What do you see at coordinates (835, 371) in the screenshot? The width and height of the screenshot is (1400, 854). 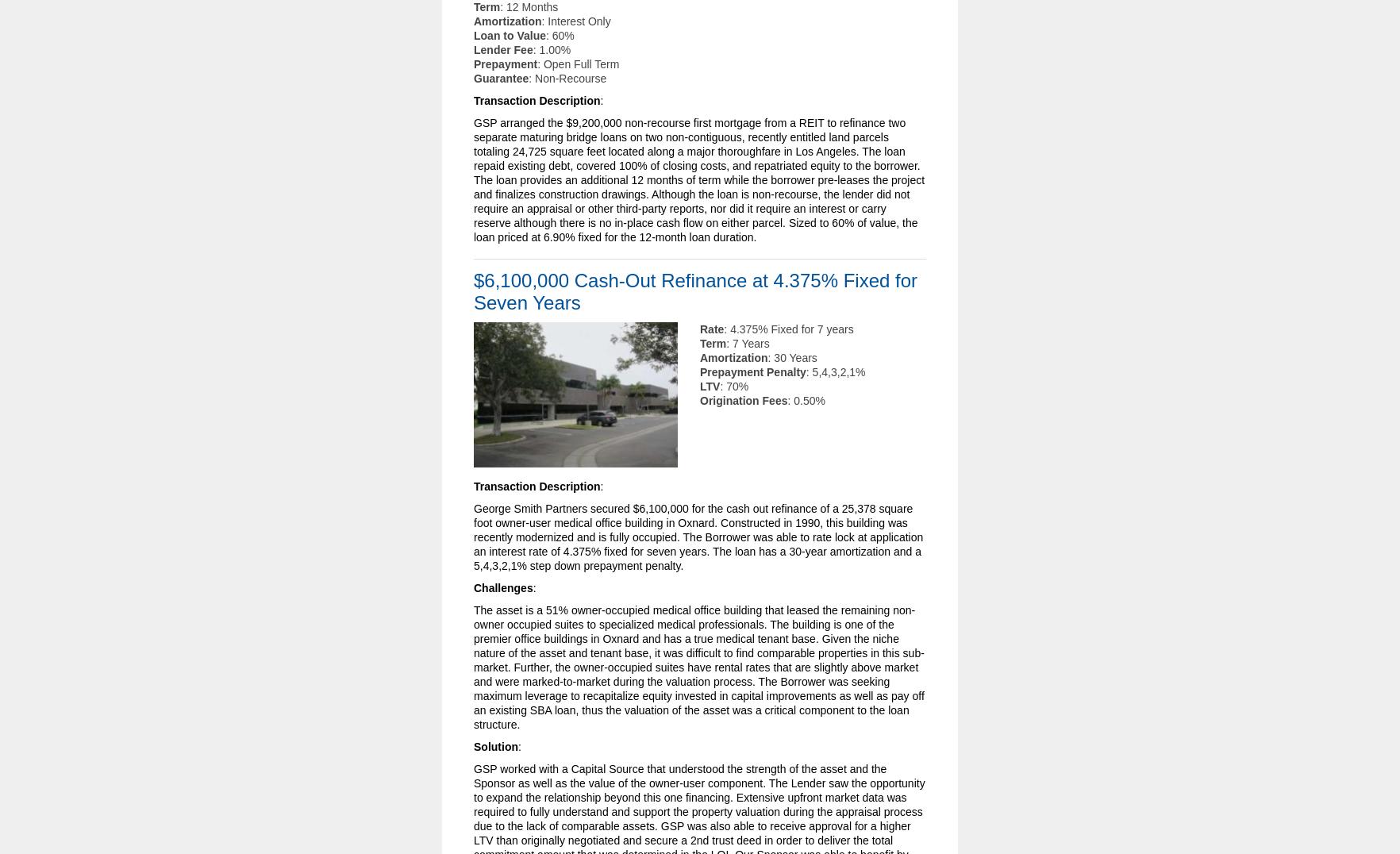 I see `': 5,4,3,2,1%'` at bounding box center [835, 371].